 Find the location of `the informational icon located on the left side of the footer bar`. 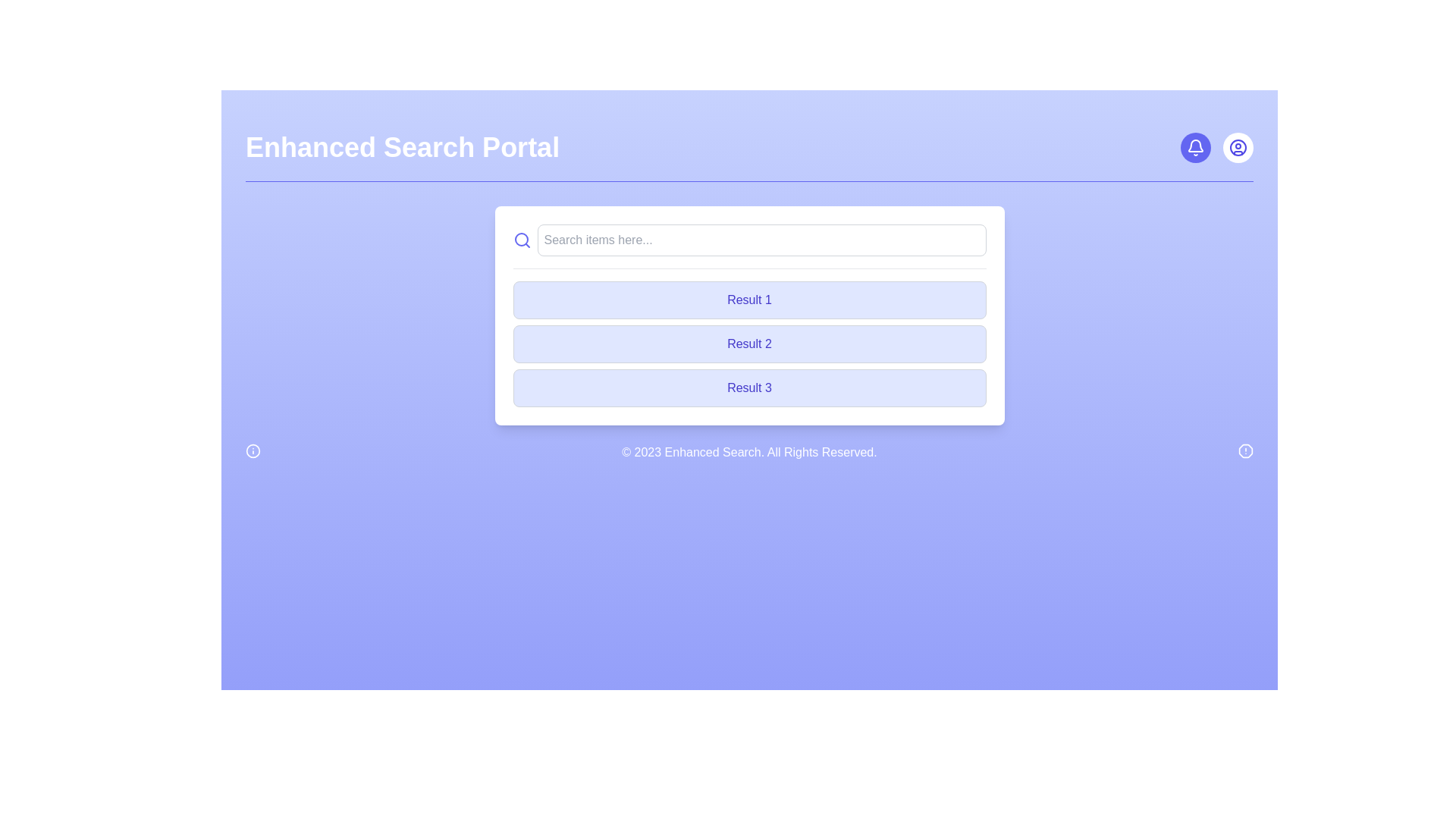

the informational icon located on the left side of the footer bar is located at coordinates (253, 450).